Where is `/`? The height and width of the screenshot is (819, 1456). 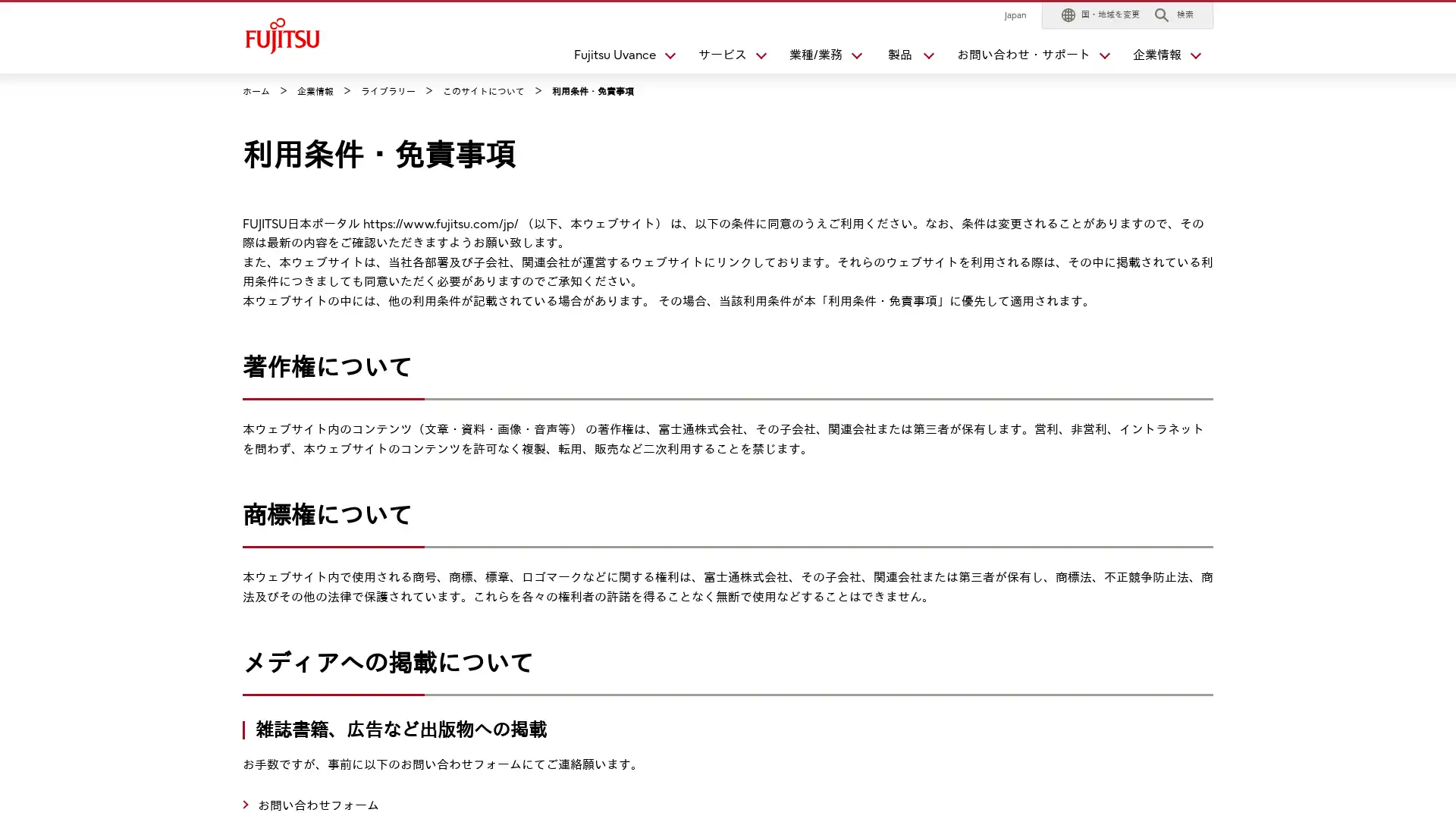 / is located at coordinates (818, 58).